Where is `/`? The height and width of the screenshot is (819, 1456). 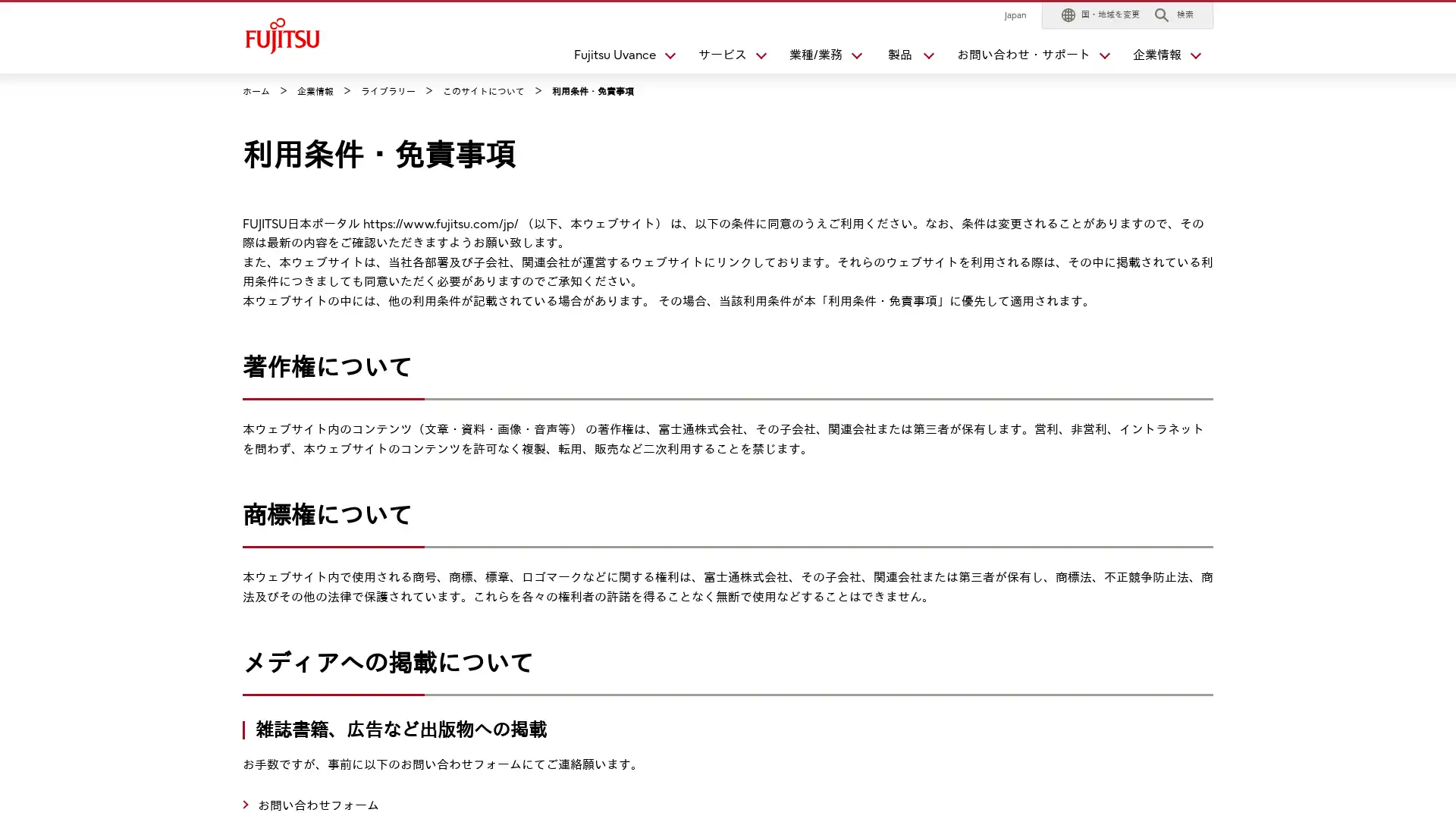 / is located at coordinates (818, 58).